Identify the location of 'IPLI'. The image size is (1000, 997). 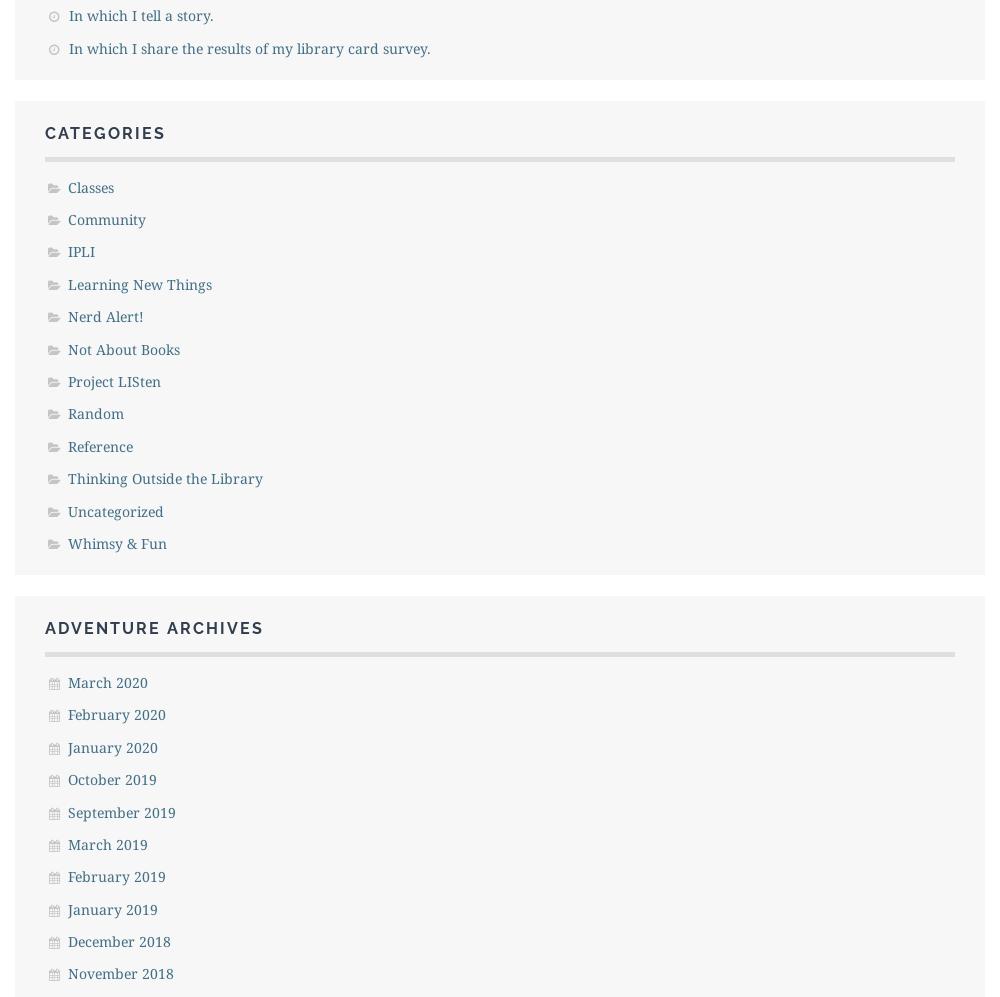
(80, 250).